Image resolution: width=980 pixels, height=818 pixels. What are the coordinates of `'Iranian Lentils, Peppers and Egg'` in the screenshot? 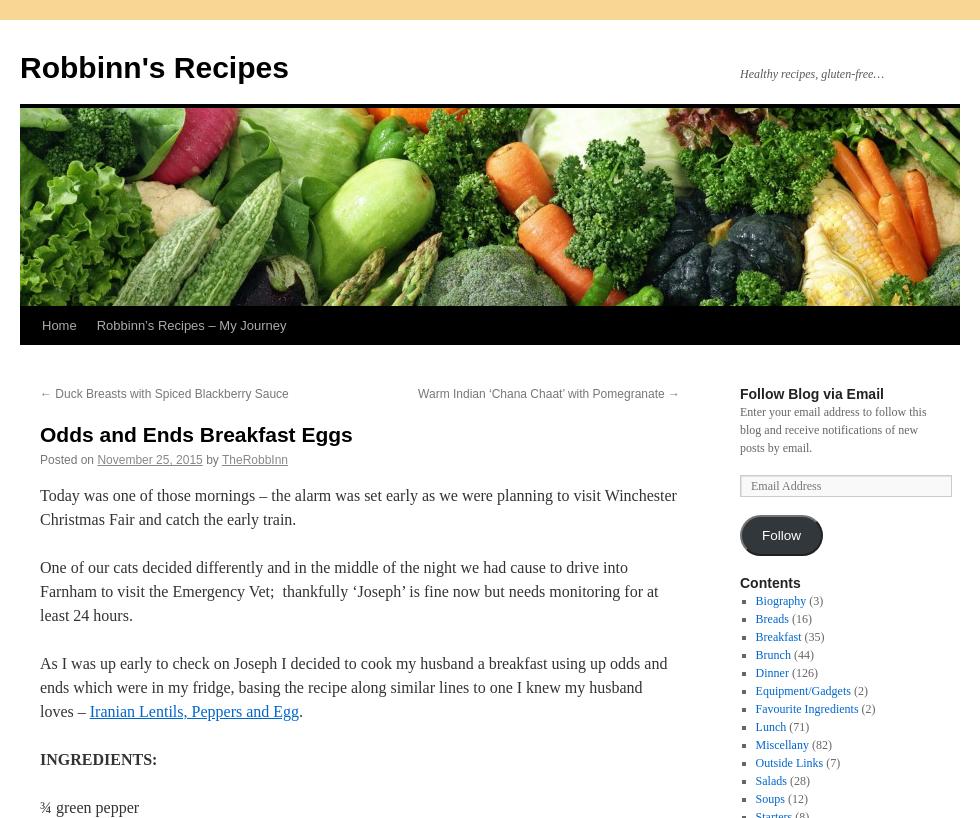 It's located at (194, 710).